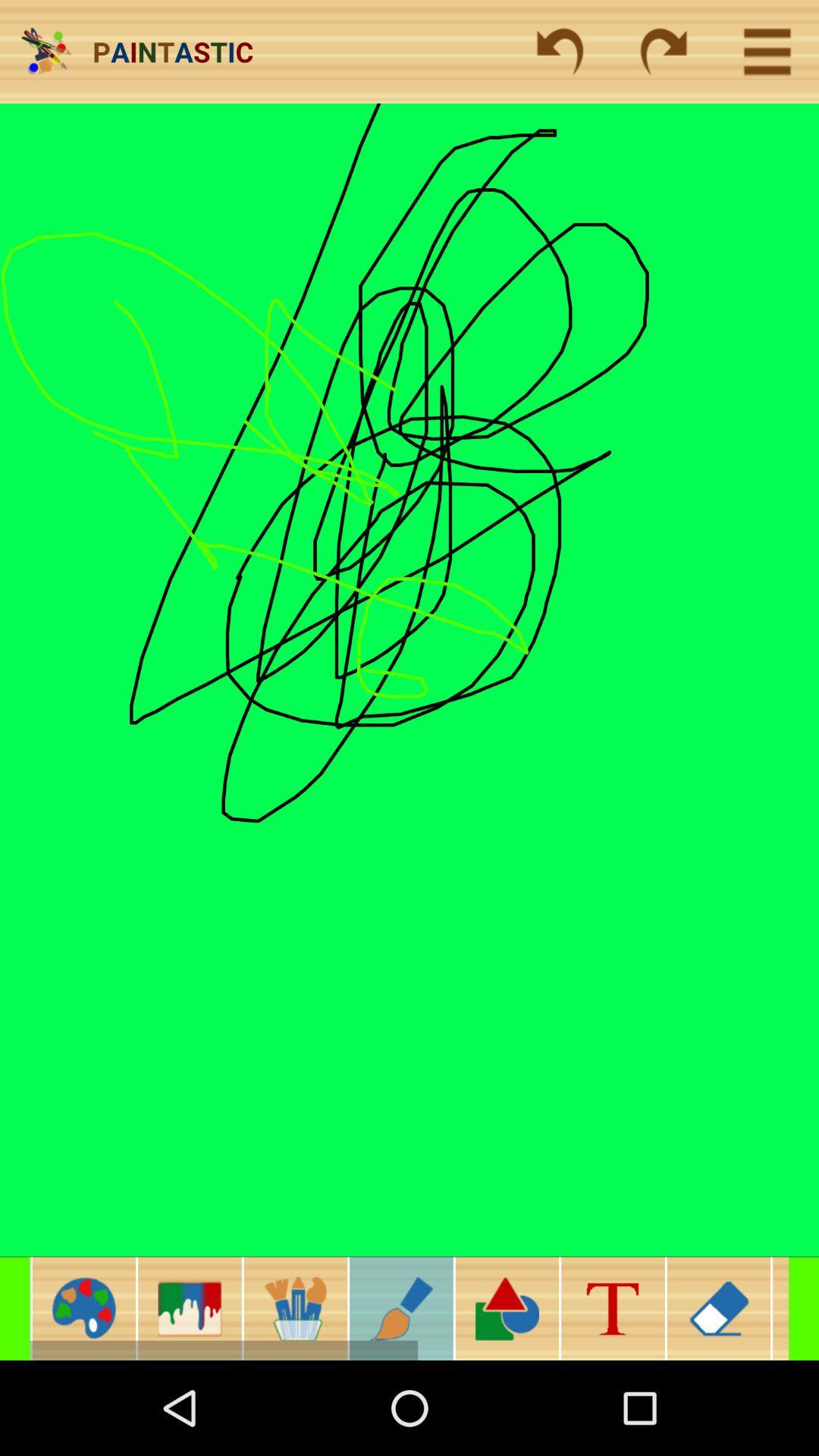 The image size is (819, 1456). I want to click on the edit icon, so click(400, 1307).